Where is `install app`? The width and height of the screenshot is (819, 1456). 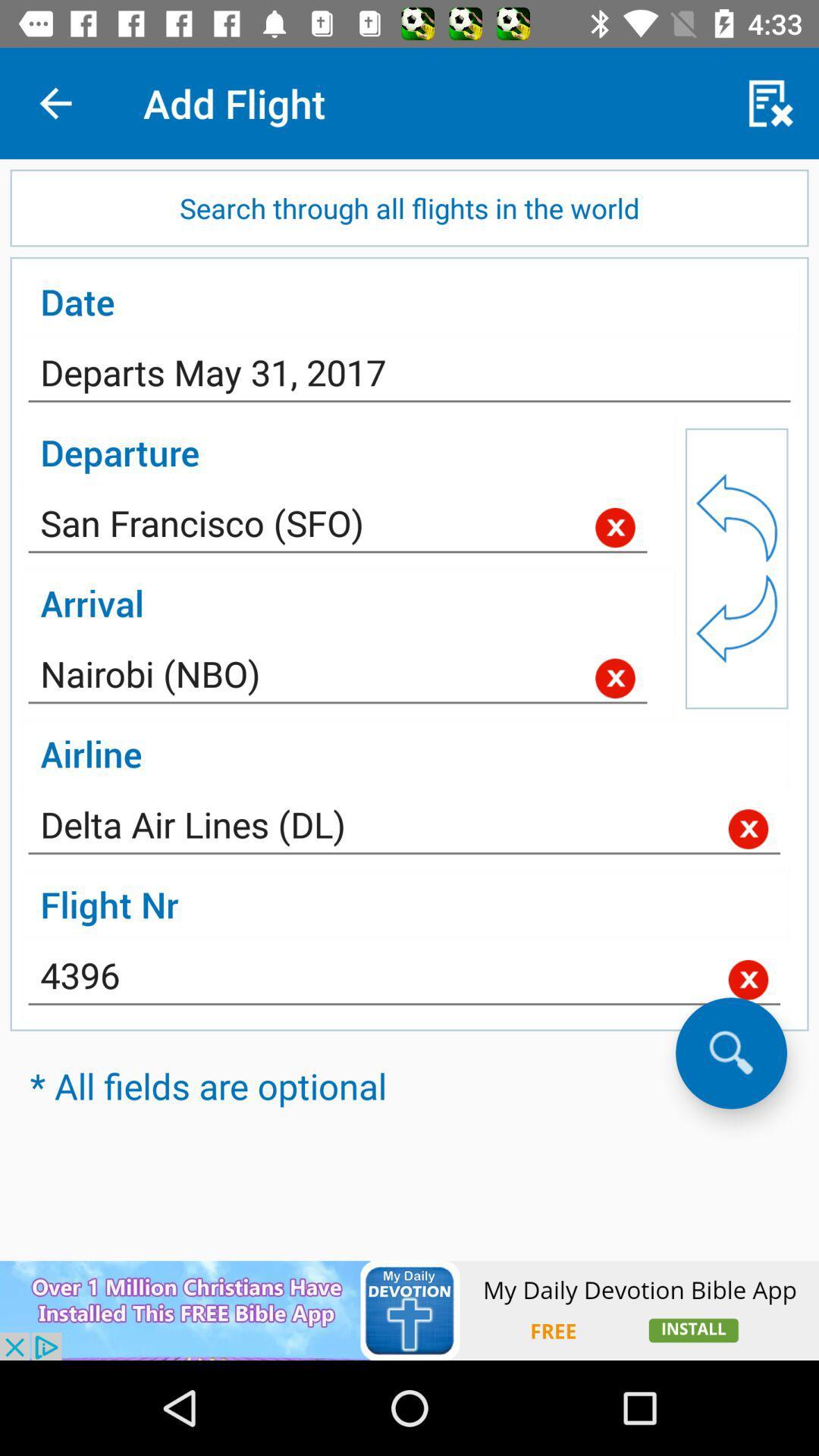
install app is located at coordinates (409, 1310).